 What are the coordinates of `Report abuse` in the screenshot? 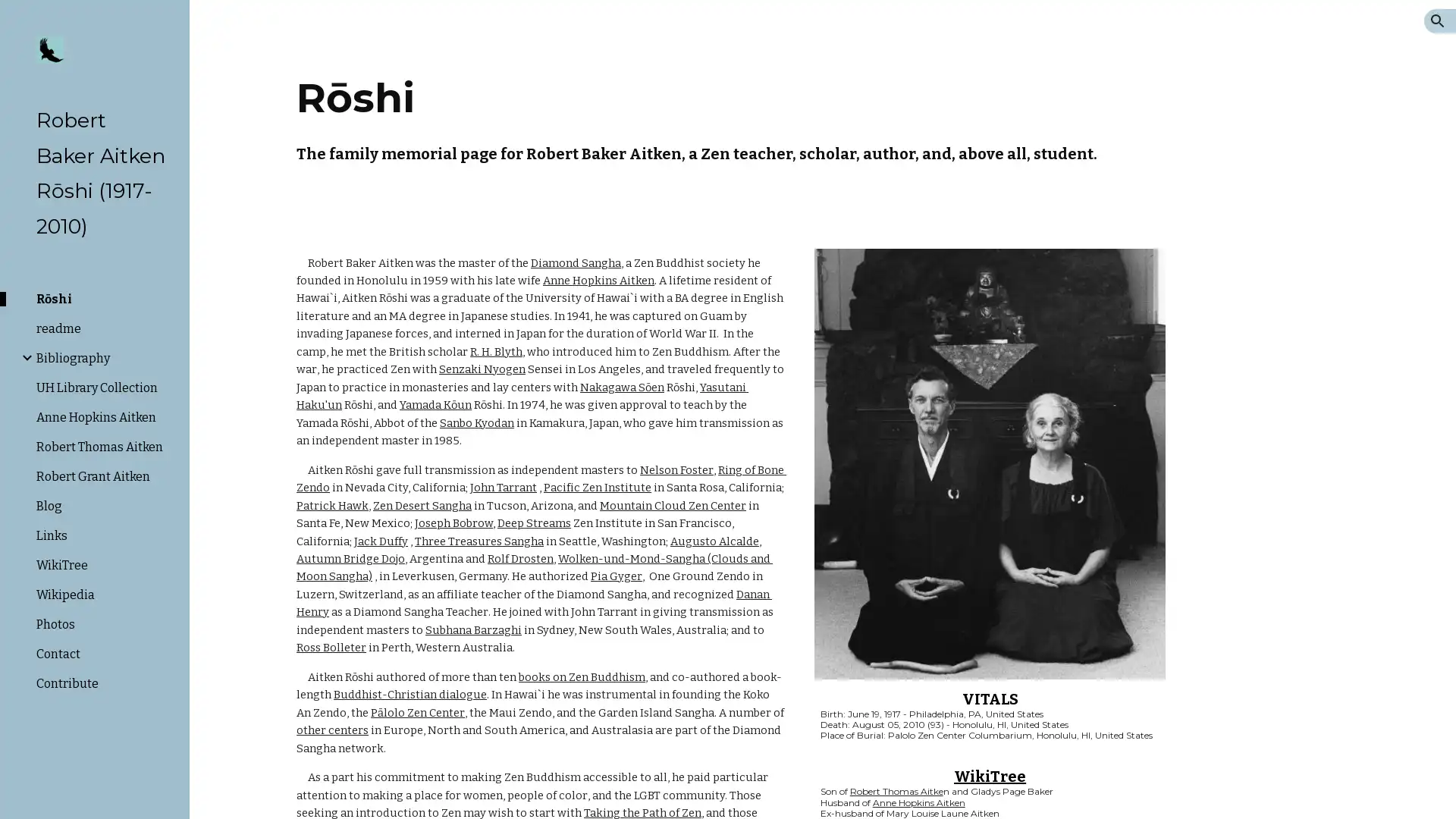 It's located at (328, 792).